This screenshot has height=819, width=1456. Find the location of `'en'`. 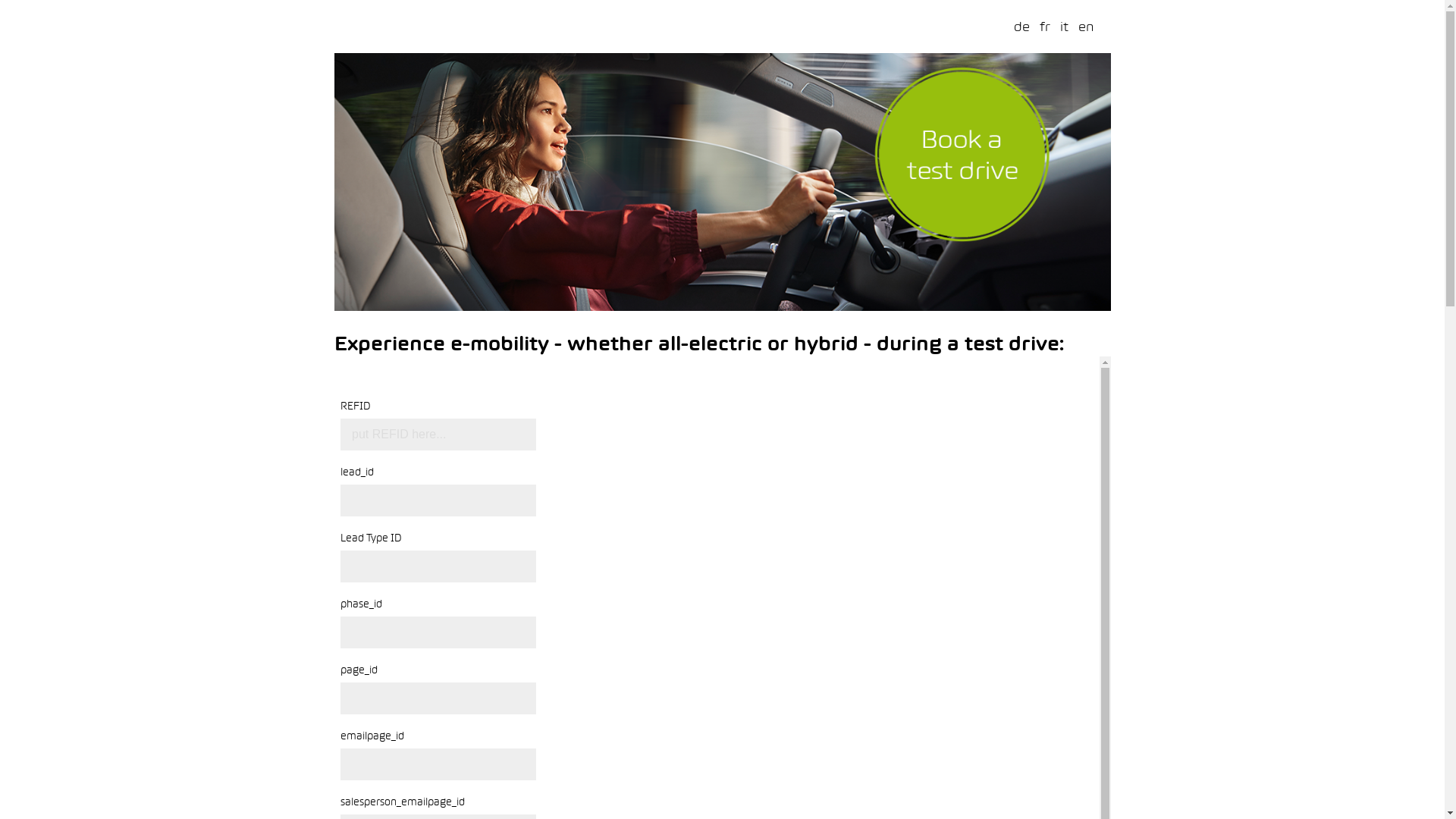

'en' is located at coordinates (1085, 26).